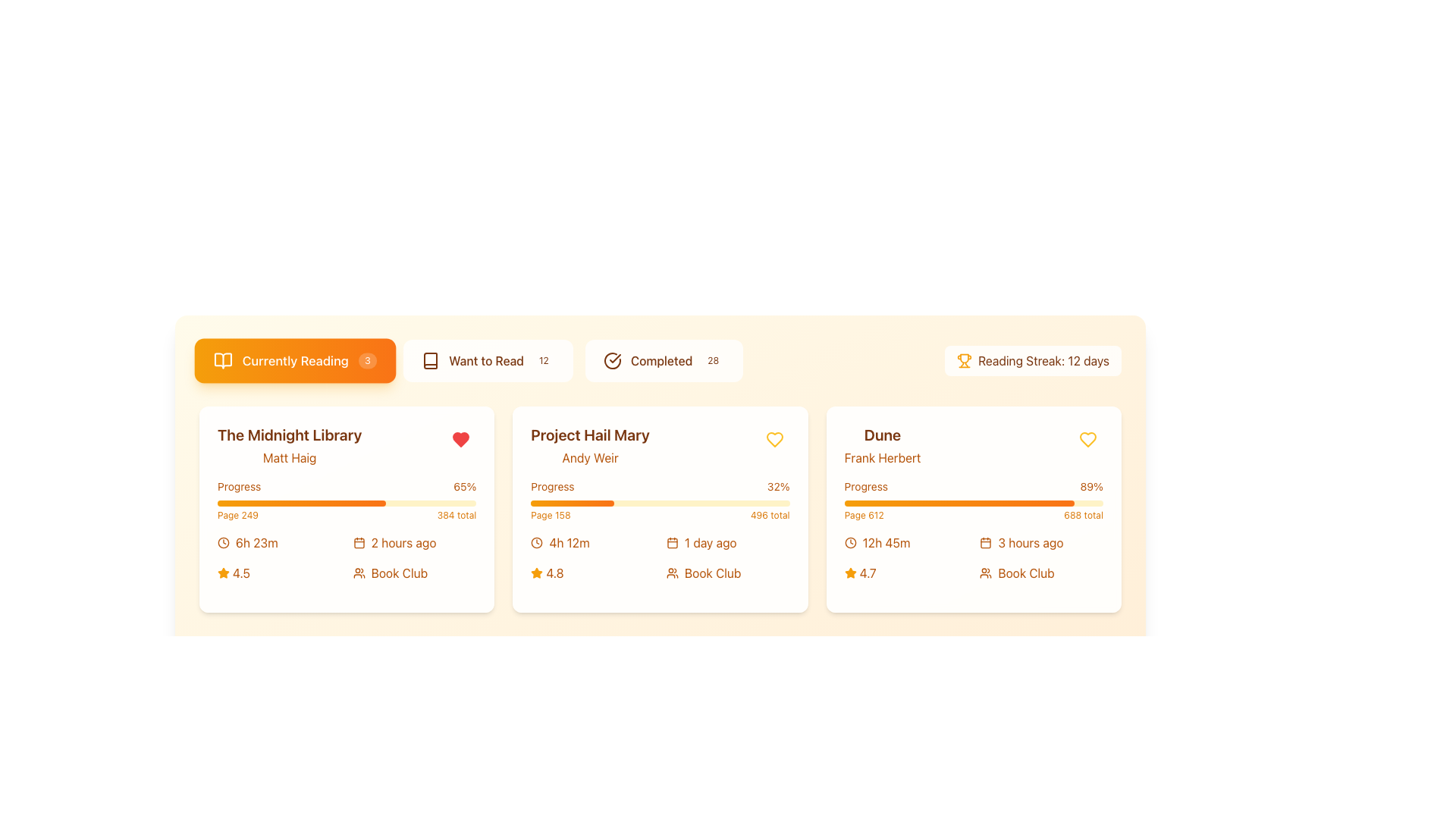  What do you see at coordinates (589, 457) in the screenshot?
I see `the static text element displaying the author's name of the book 'Project Hail Mary', which is located in the second card of the displayed row and is the second line of text underneath the book title` at bounding box center [589, 457].